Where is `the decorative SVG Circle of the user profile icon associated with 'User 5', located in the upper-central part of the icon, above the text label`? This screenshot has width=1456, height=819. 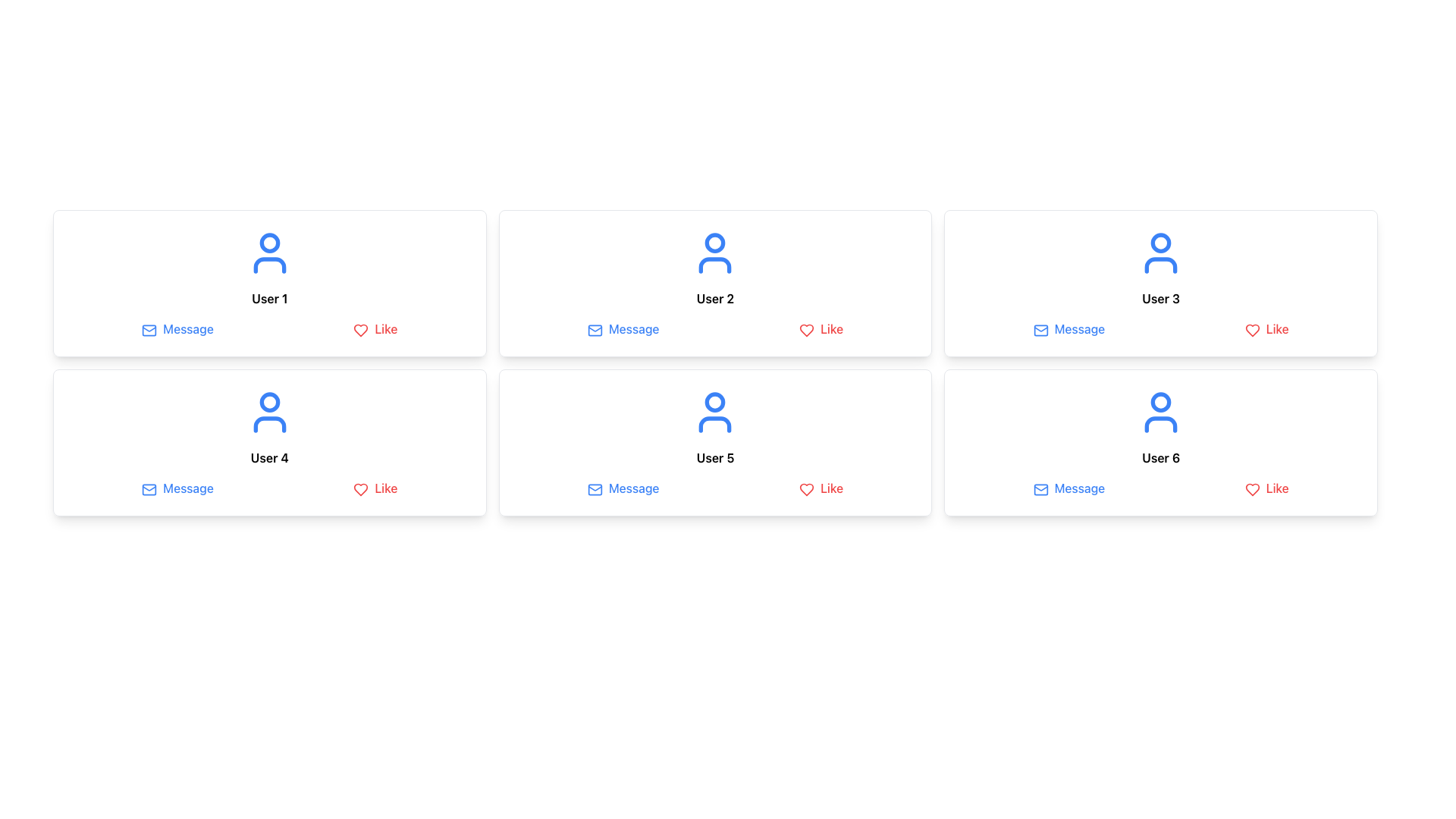 the decorative SVG Circle of the user profile icon associated with 'User 5', located in the upper-central part of the icon, above the text label is located at coordinates (714, 401).